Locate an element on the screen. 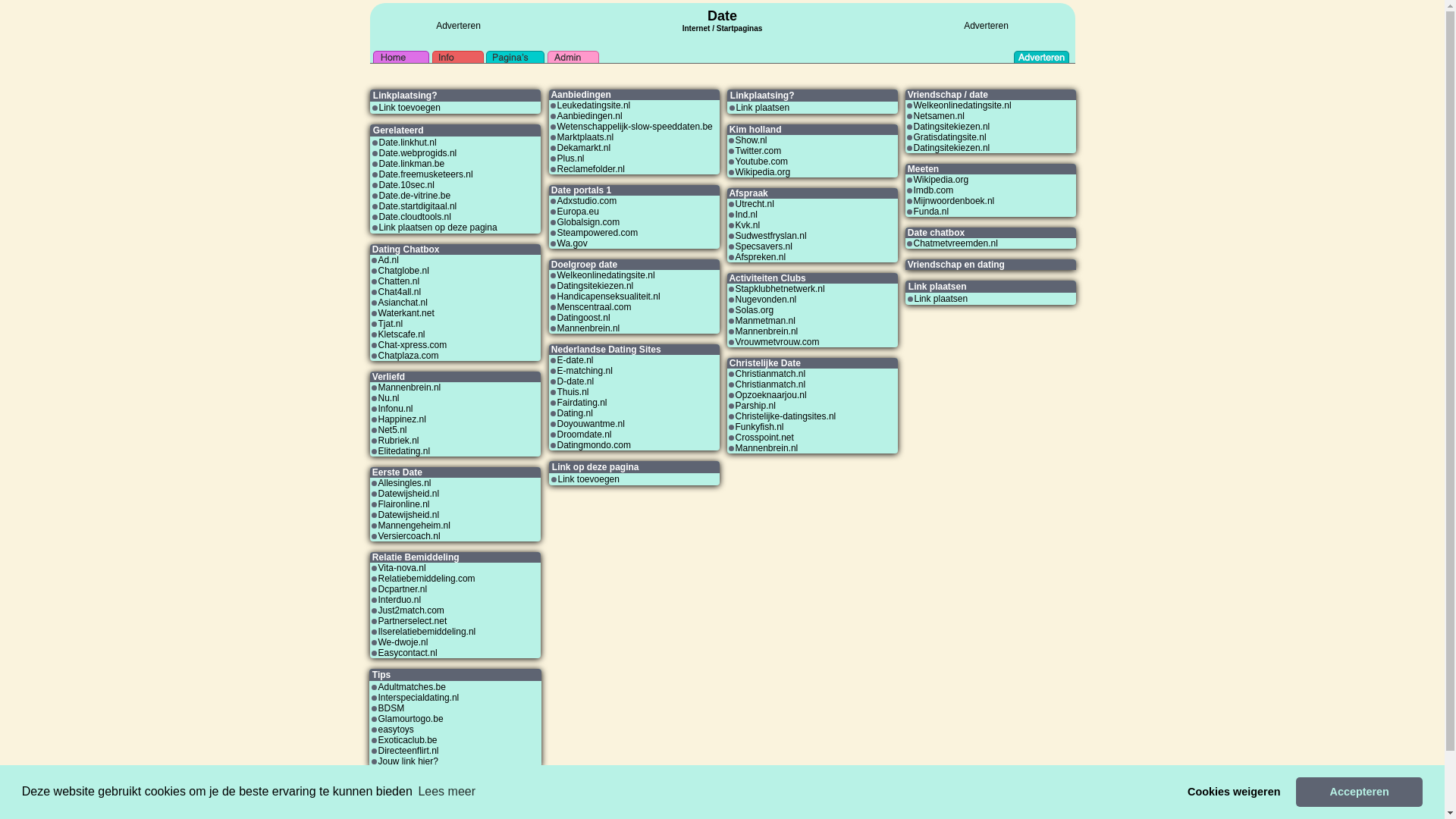 The height and width of the screenshot is (819, 1456). 'Elitedating.nl' is located at coordinates (403, 450).